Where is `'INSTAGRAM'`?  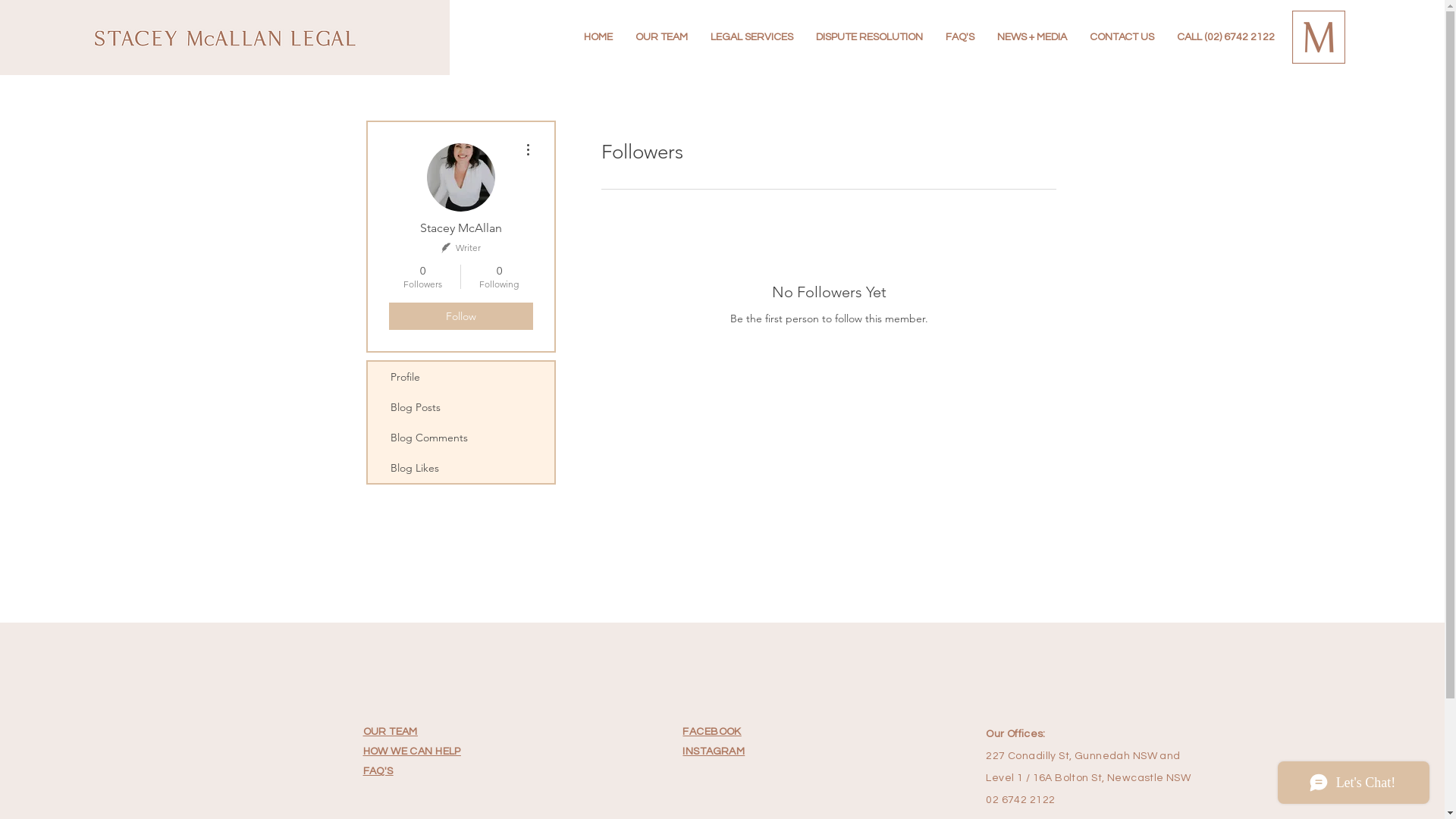
'INSTAGRAM' is located at coordinates (712, 751).